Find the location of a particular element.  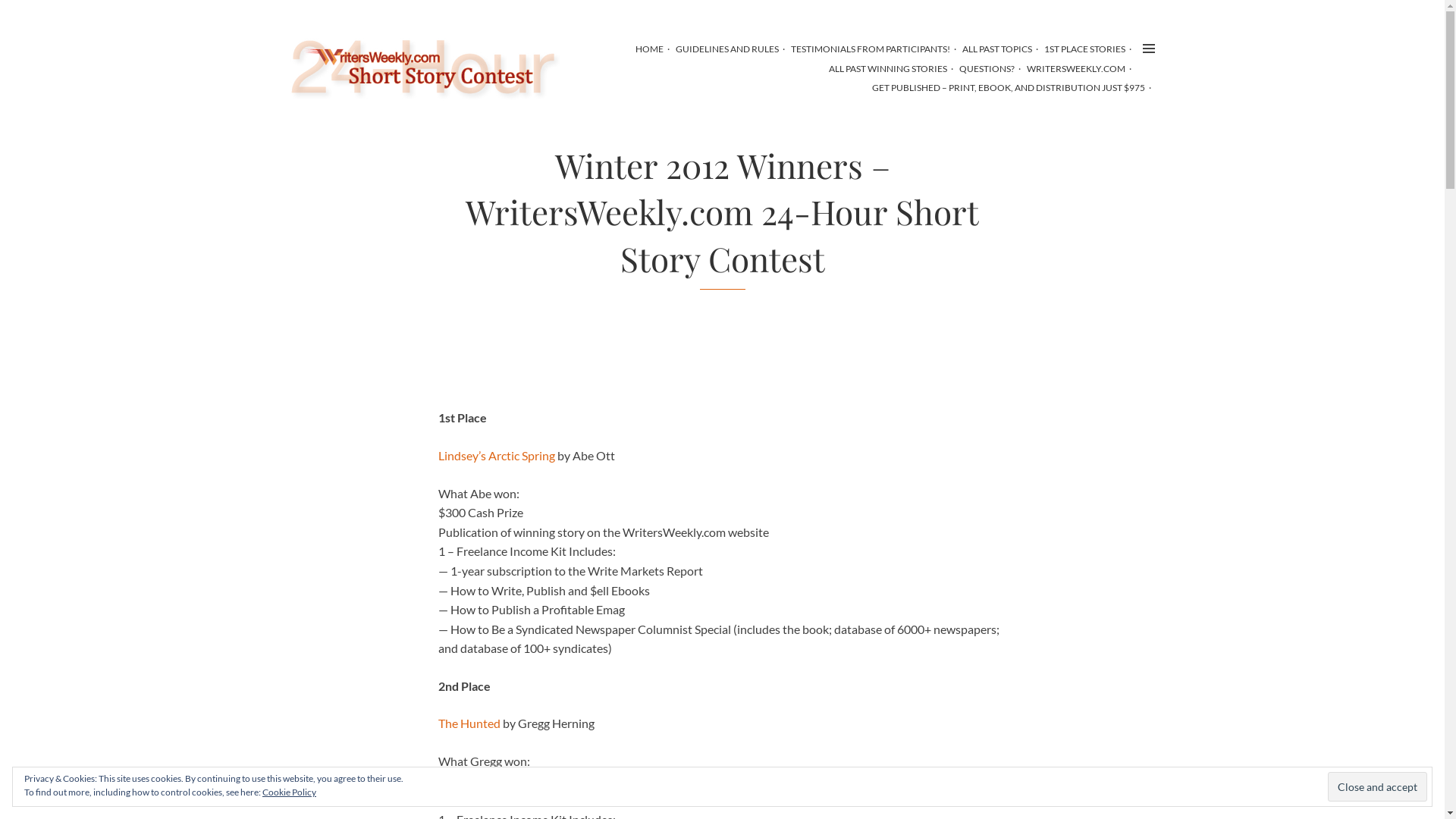

'WRITERSWEEKLY.COM' is located at coordinates (1075, 68).